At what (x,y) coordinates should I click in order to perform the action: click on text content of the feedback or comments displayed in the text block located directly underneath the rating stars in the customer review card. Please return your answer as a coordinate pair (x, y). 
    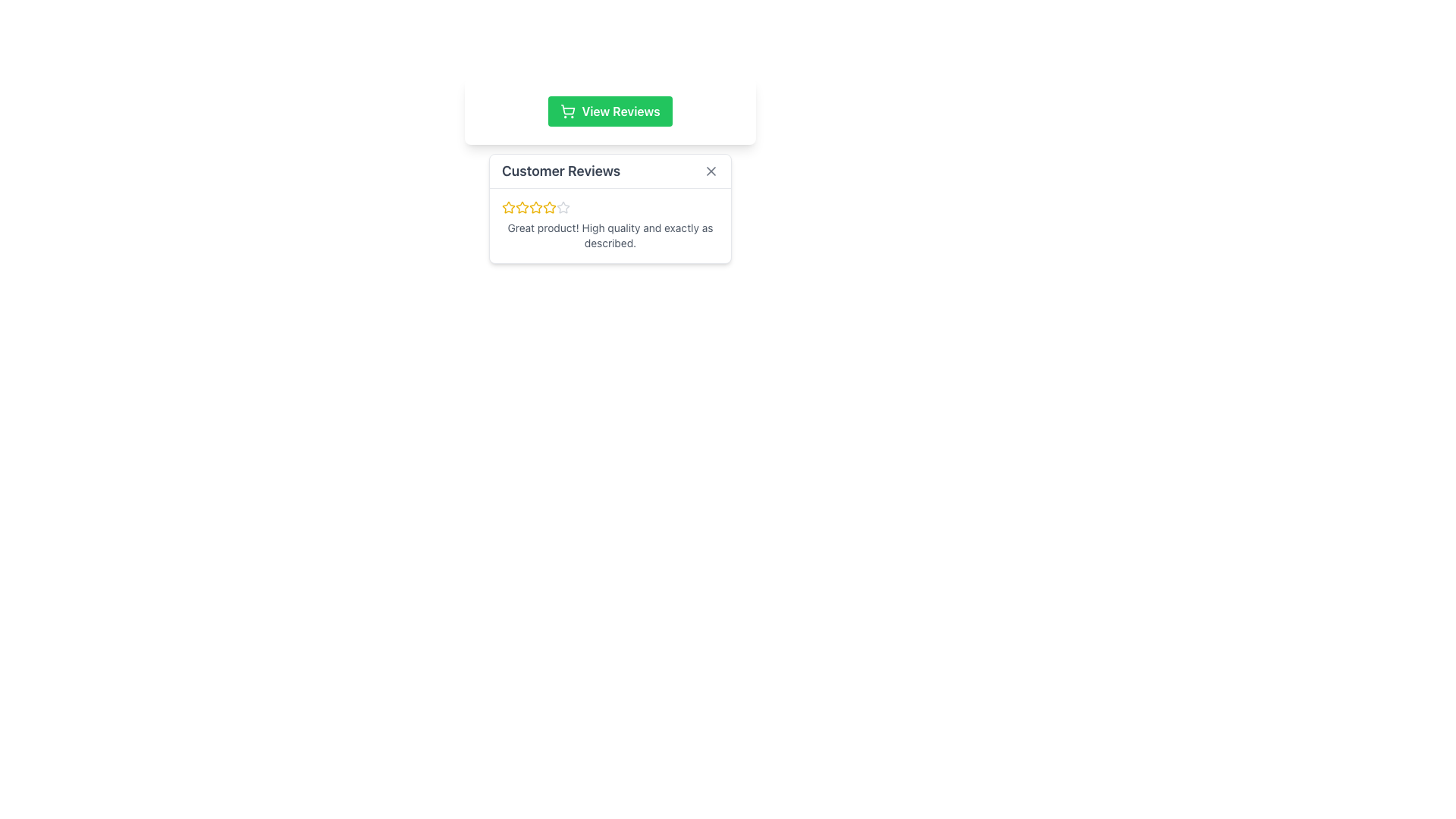
    Looking at the image, I should click on (610, 236).